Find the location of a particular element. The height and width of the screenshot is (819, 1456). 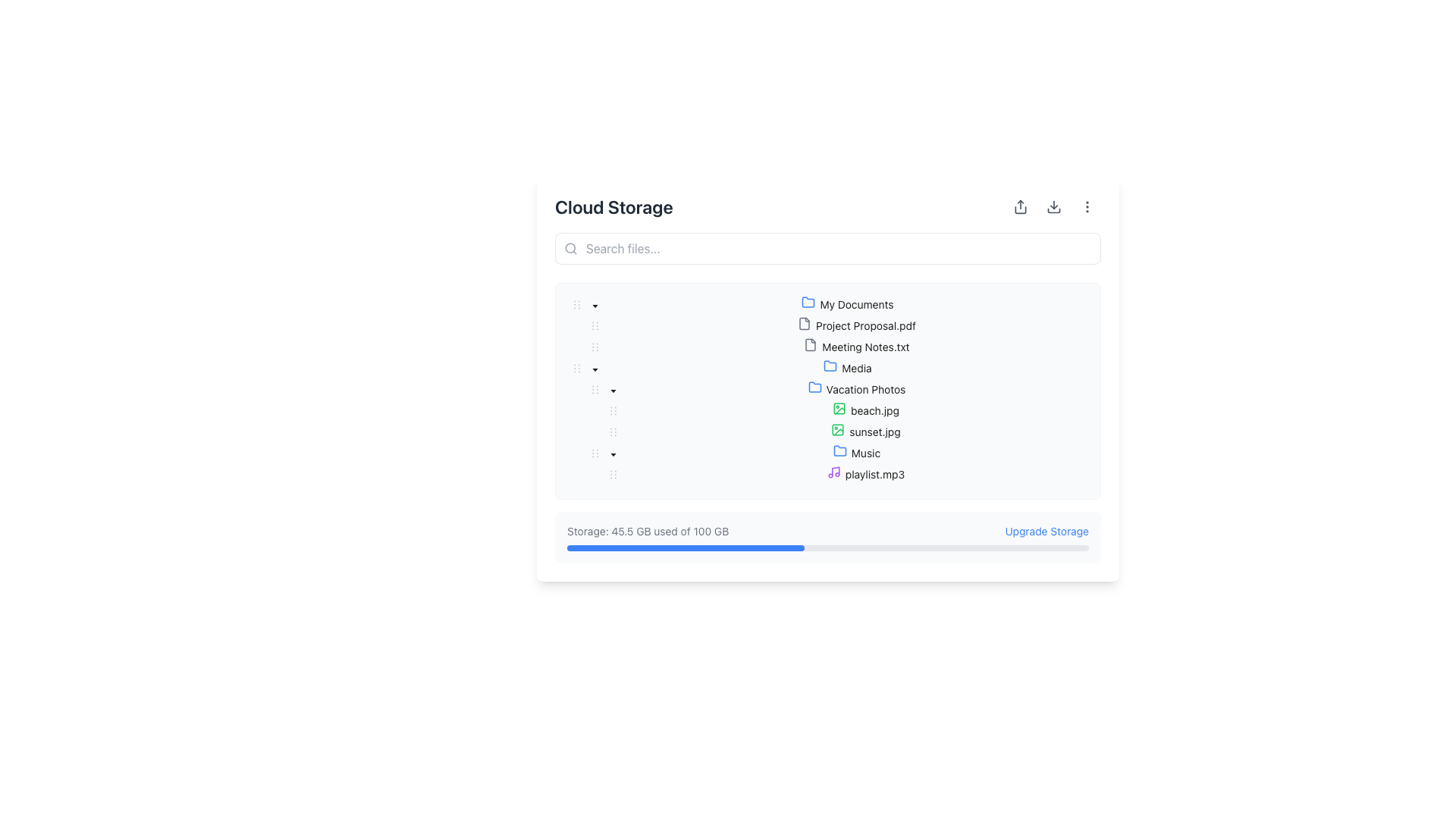

the input field associated with the magnifying glass icon located on the left side of the search bar is located at coordinates (570, 247).